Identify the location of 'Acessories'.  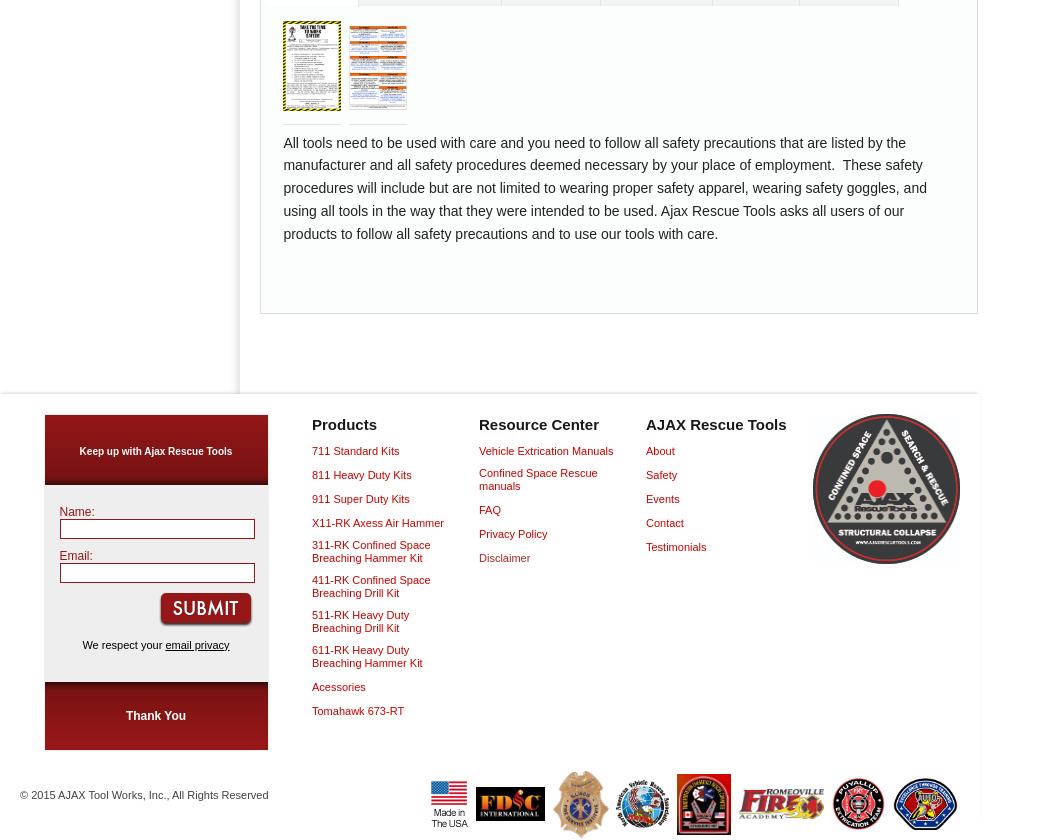
(338, 686).